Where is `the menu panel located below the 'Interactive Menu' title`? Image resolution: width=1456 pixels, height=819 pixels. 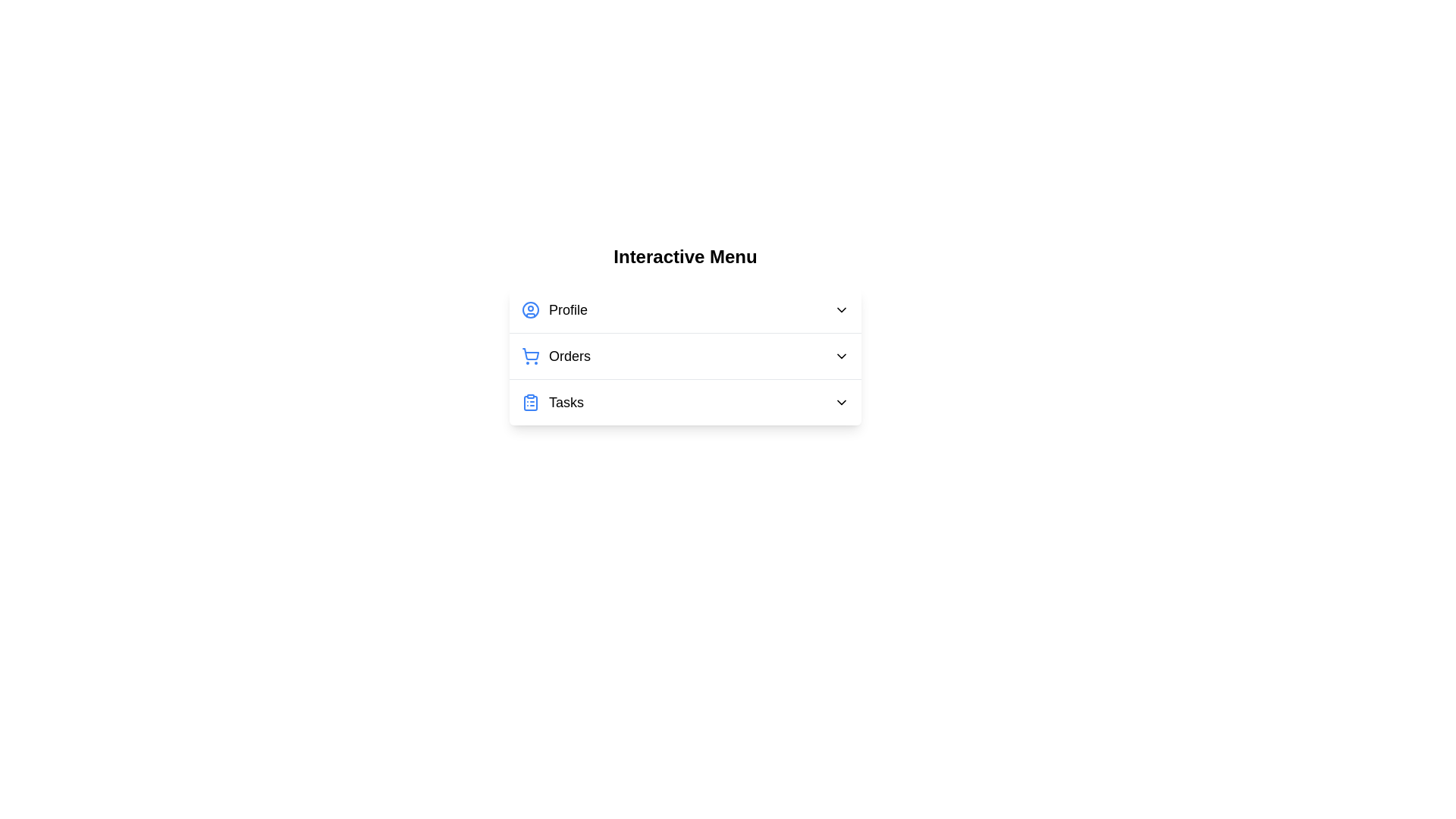 the menu panel located below the 'Interactive Menu' title is located at coordinates (684, 334).